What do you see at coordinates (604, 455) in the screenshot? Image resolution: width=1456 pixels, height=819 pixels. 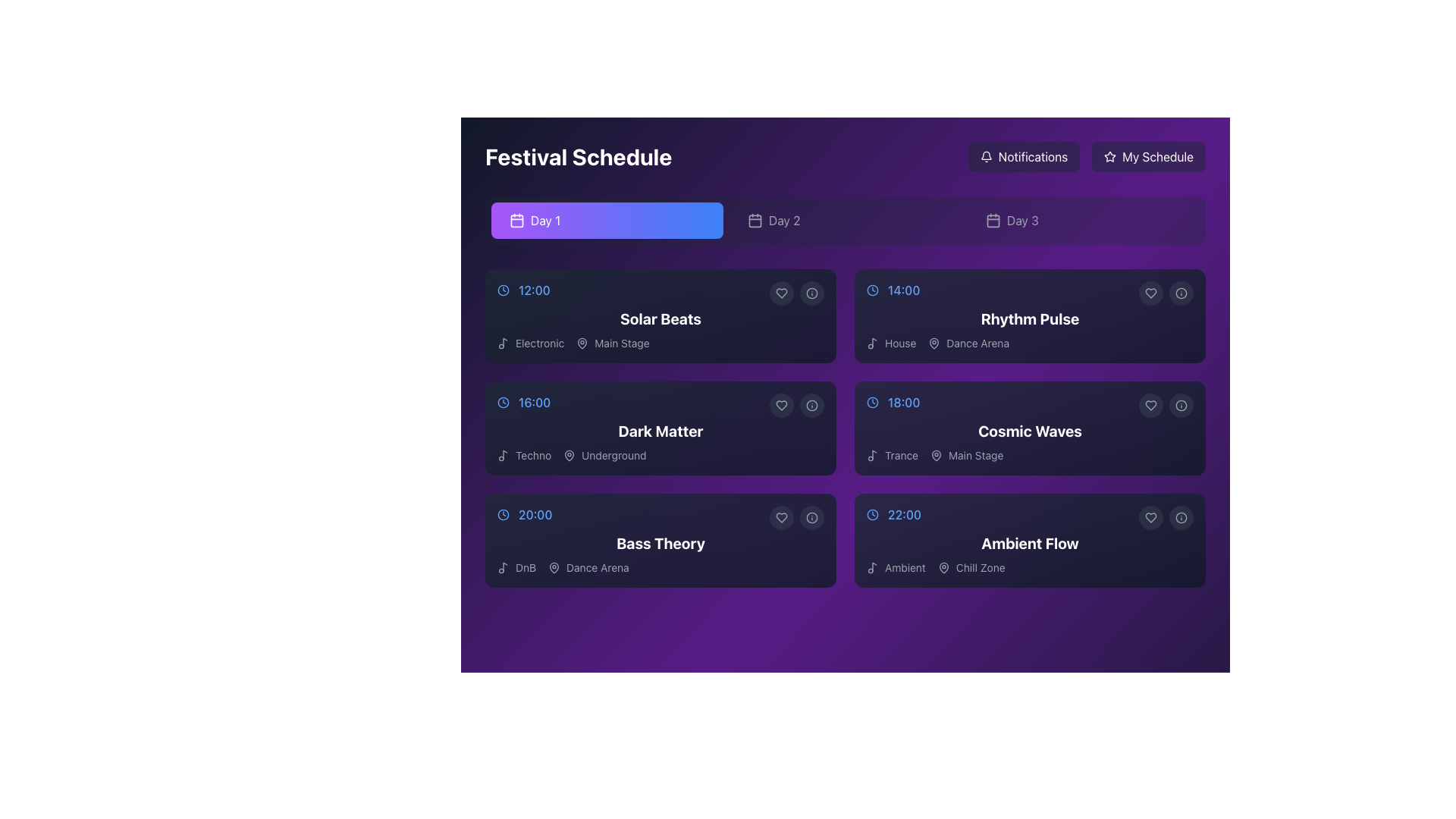 I see `the 'Underground' text label indicating the venue for the event located beside the location pin icon, positioned within the schedule grid for the 'Dark Matter' event` at bounding box center [604, 455].